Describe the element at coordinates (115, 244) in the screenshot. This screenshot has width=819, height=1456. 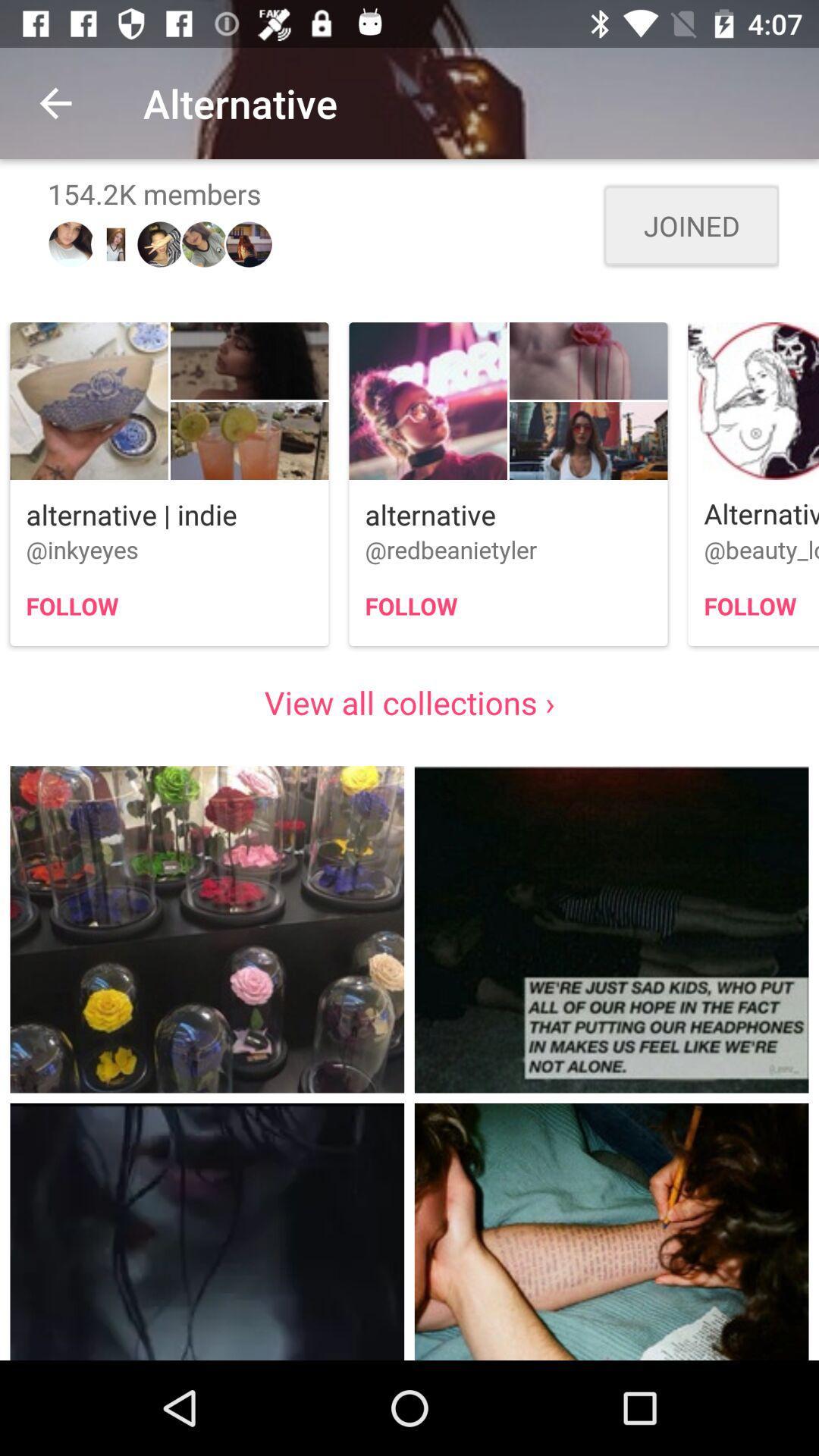
I see `the second image below 1542k members` at that location.